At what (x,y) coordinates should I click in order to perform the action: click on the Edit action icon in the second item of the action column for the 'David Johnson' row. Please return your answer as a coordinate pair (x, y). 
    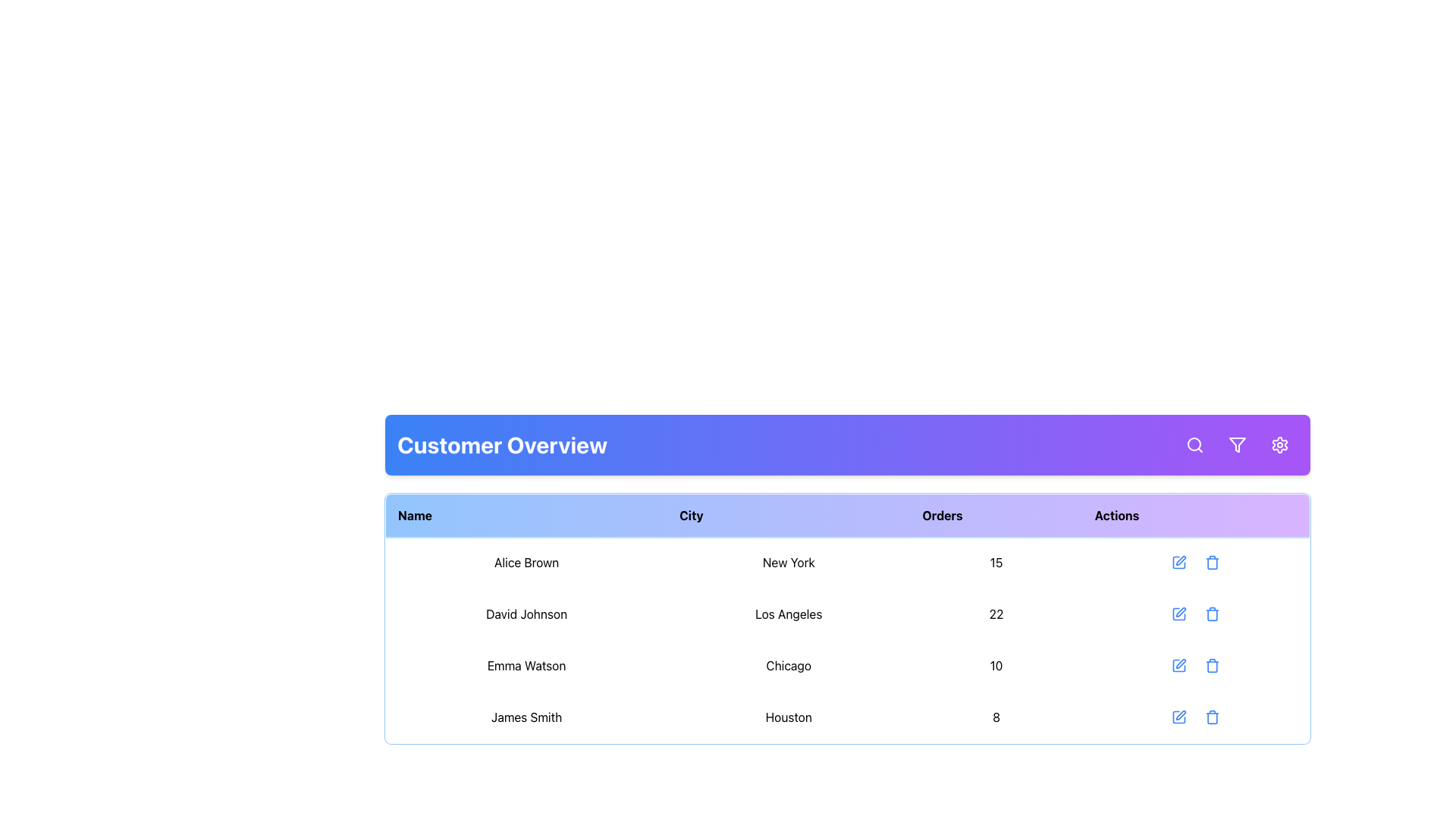
    Looking at the image, I should click on (1178, 614).